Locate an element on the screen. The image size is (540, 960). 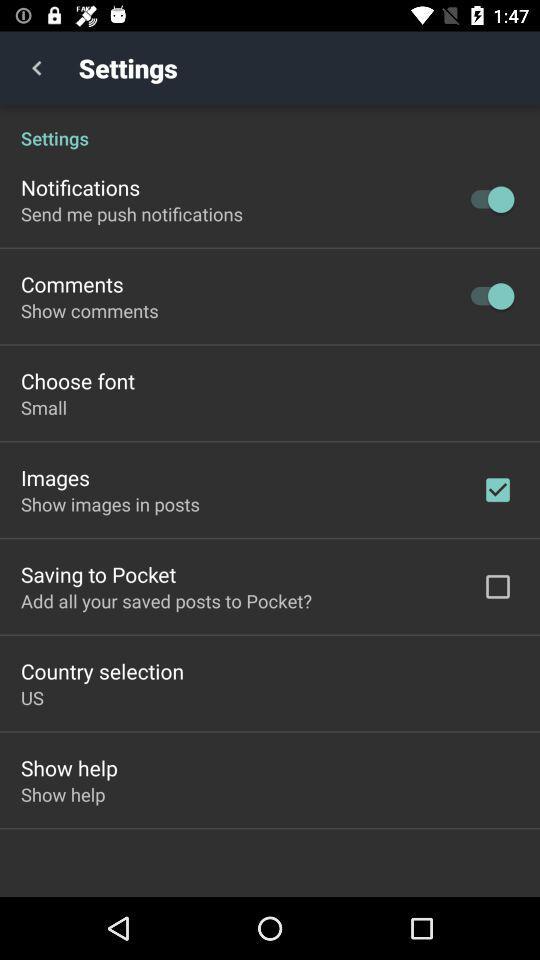
the item below the show comments icon is located at coordinates (76, 380).